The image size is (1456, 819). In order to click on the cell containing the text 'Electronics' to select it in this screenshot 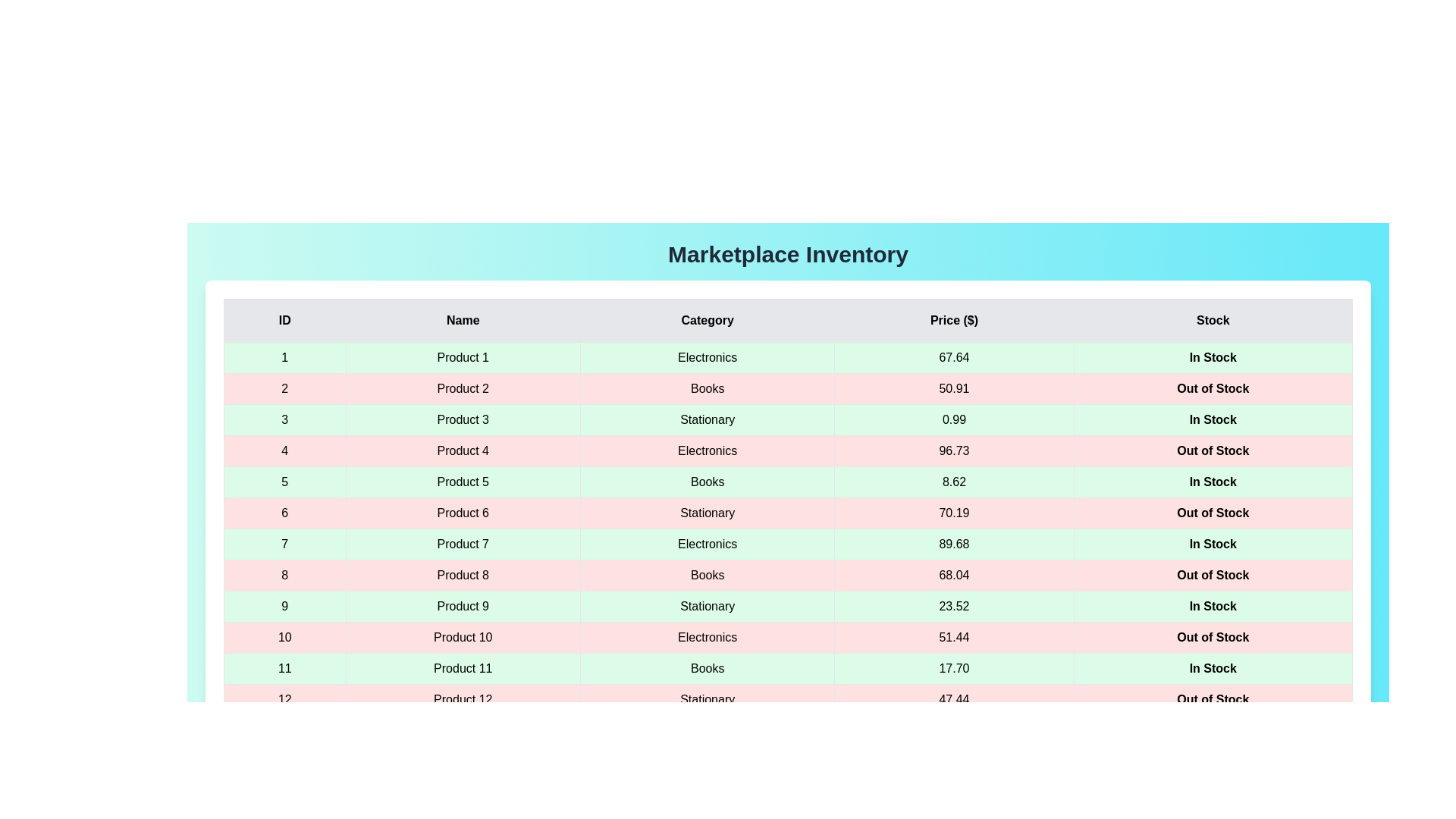, I will do `click(706, 357)`.